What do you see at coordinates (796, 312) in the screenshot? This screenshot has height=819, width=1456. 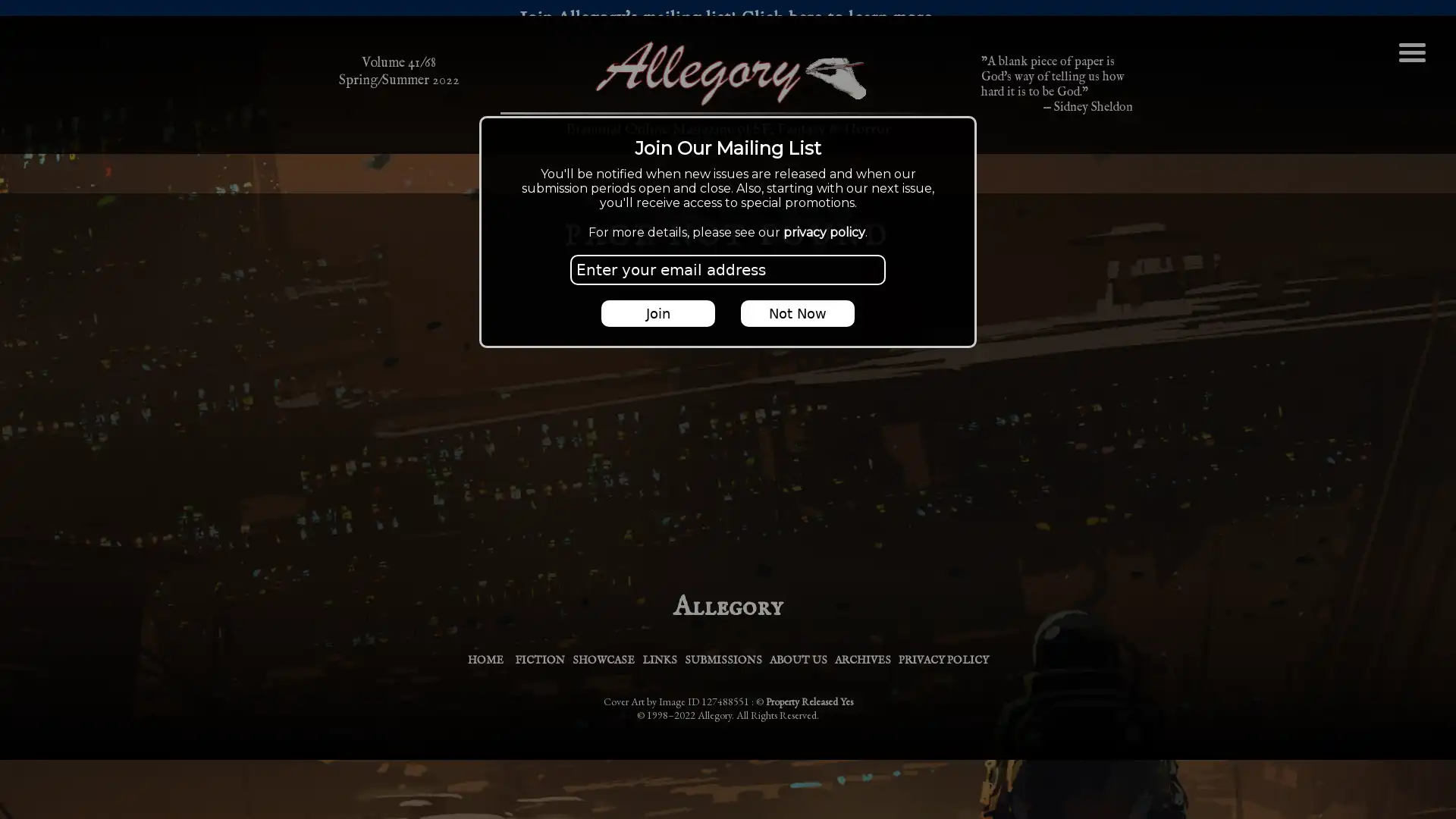 I see `Not Now` at bounding box center [796, 312].